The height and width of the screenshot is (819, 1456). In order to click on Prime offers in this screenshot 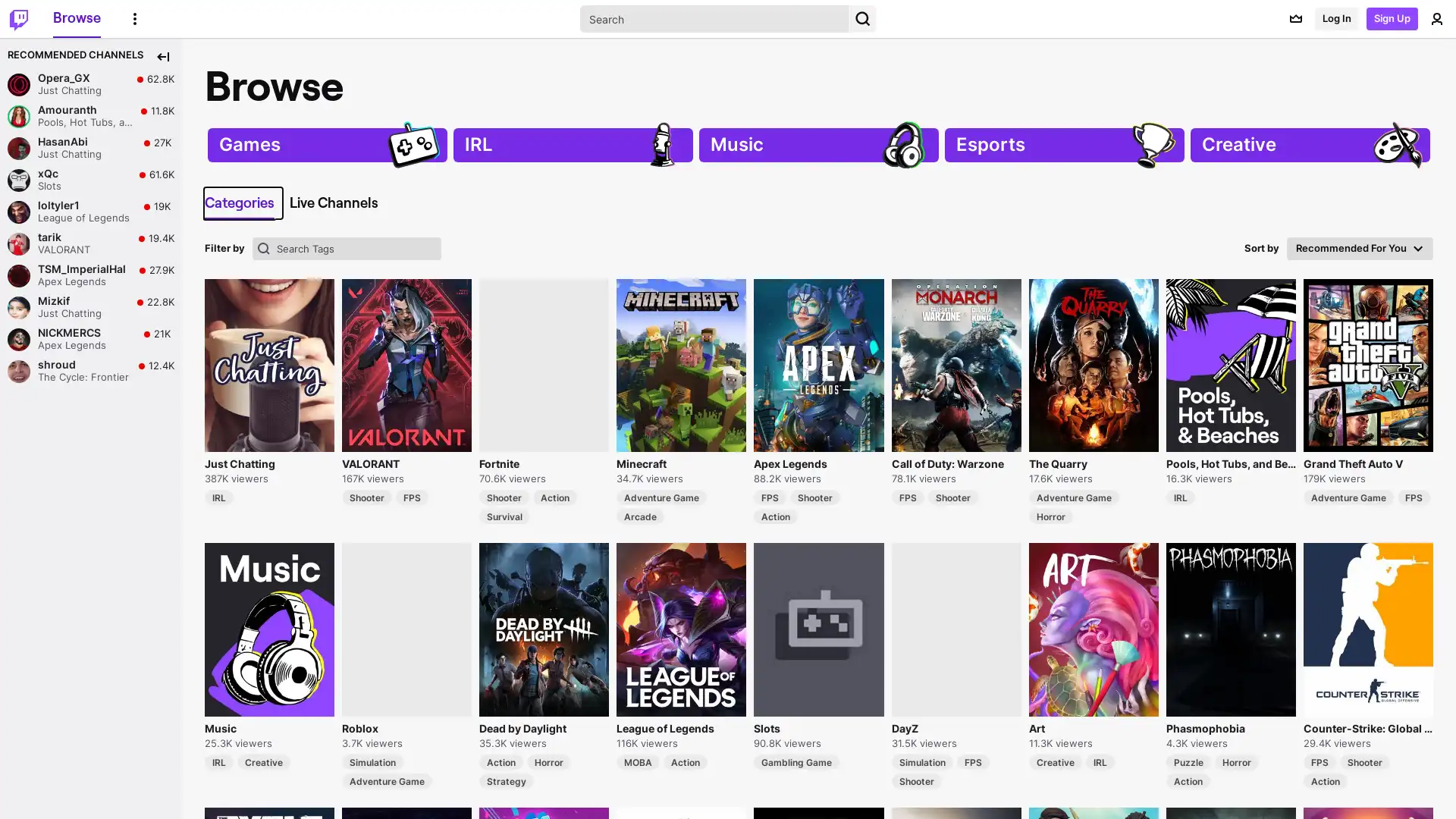, I will do `click(1294, 18)`.